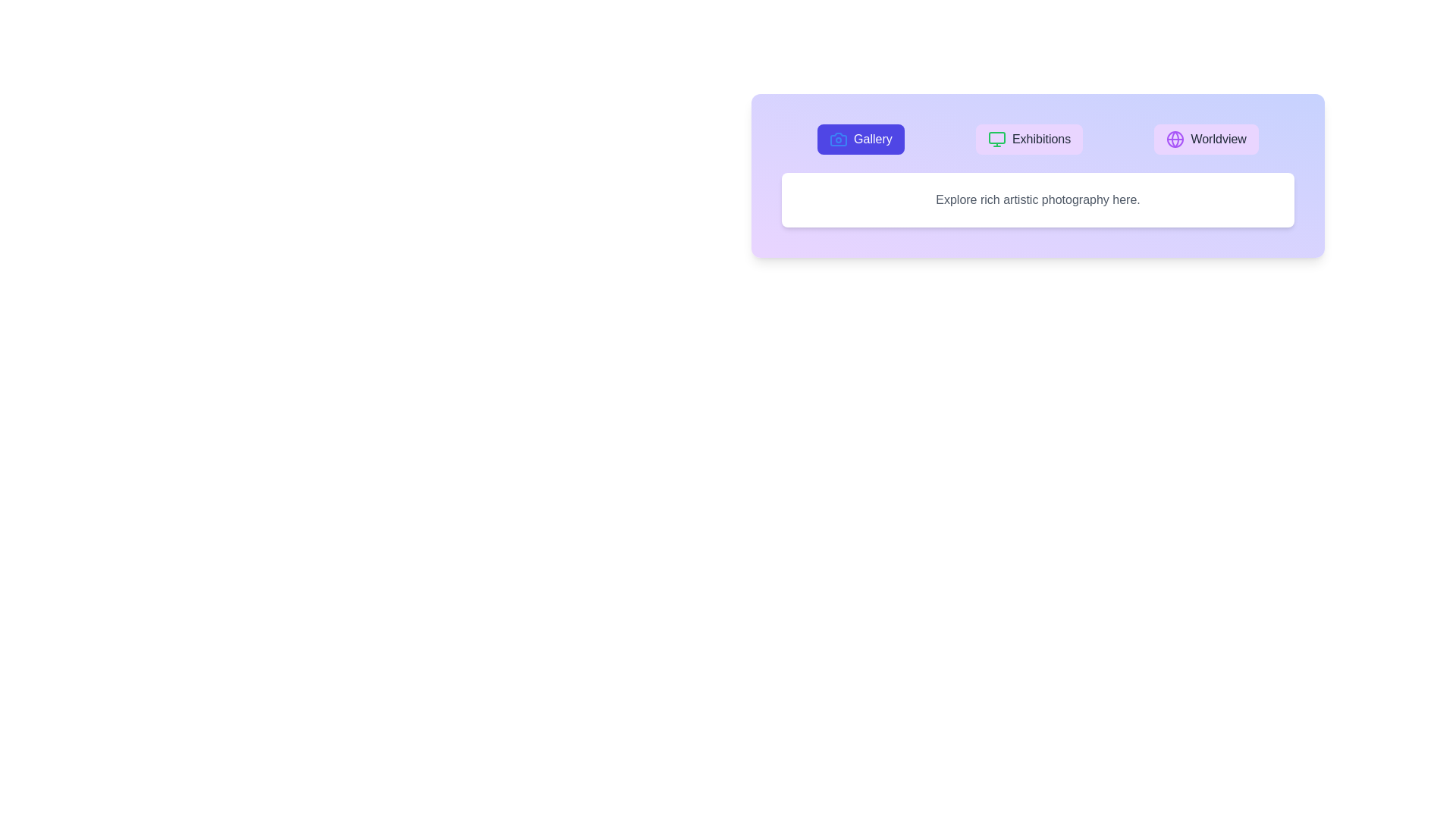  I want to click on the Exhibitions tab button to see its hover effect, so click(1029, 140).